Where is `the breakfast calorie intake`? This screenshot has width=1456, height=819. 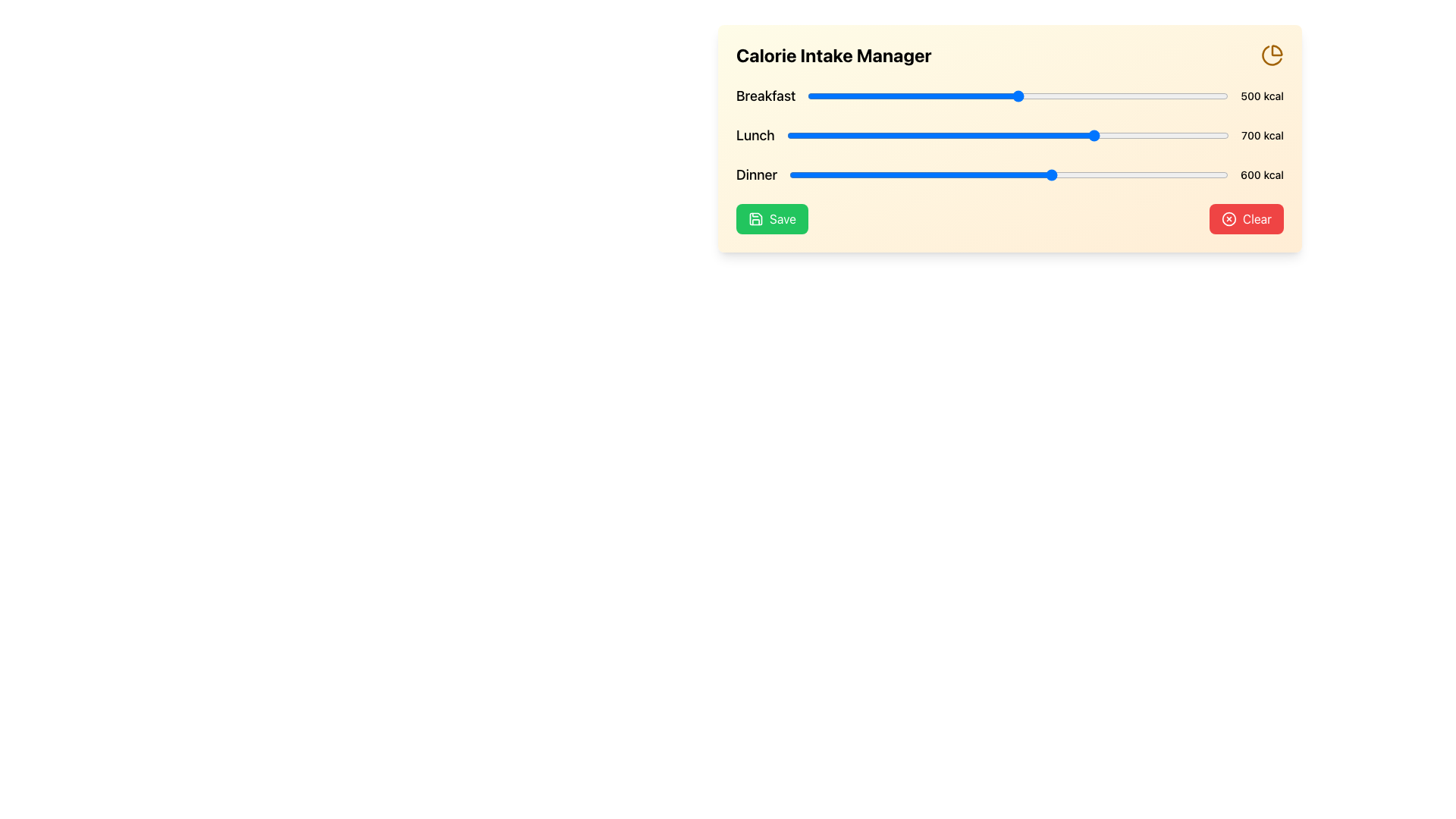
the breakfast calorie intake is located at coordinates (912, 96).